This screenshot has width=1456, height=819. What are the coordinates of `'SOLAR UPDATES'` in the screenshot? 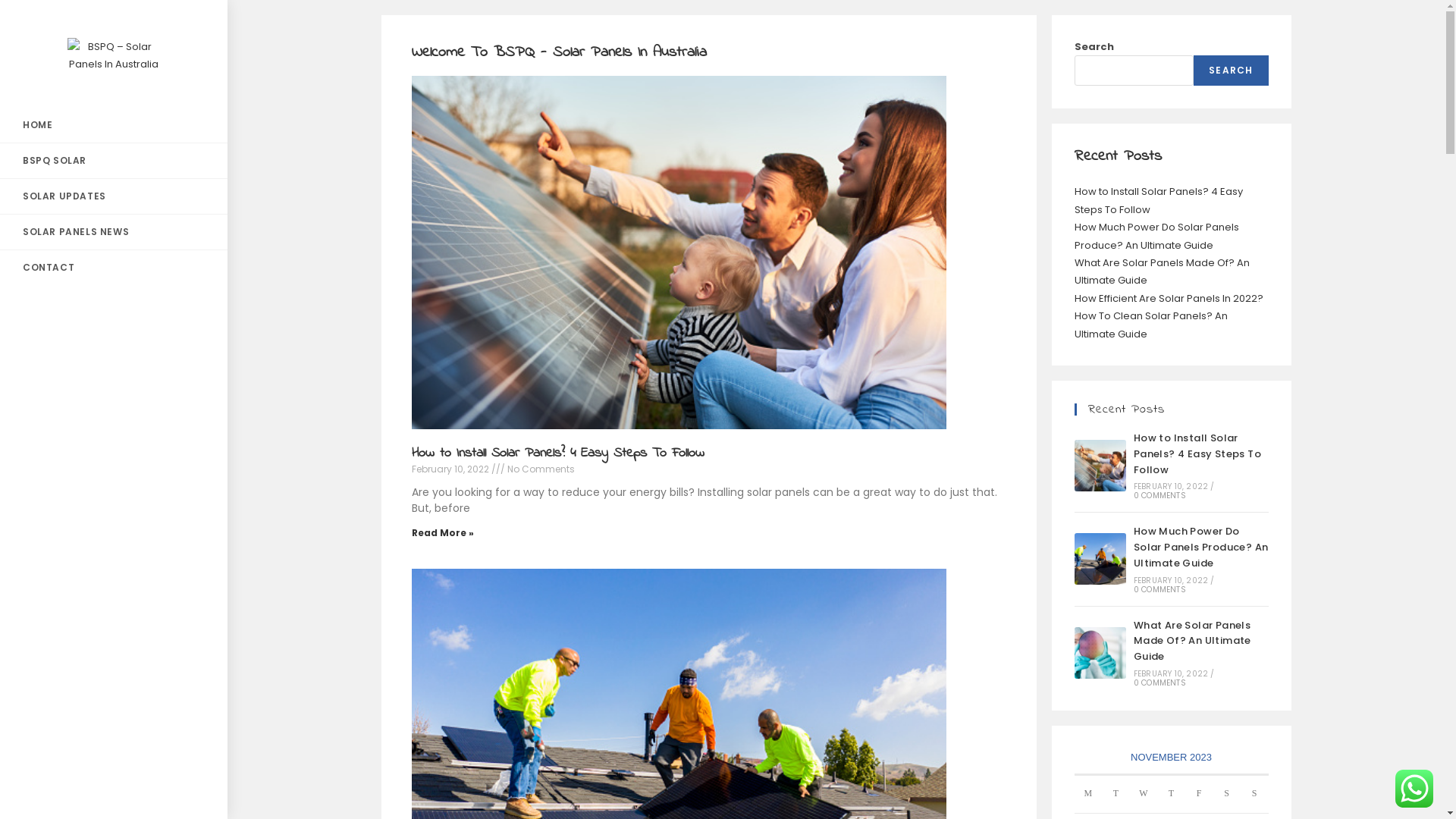 It's located at (112, 195).